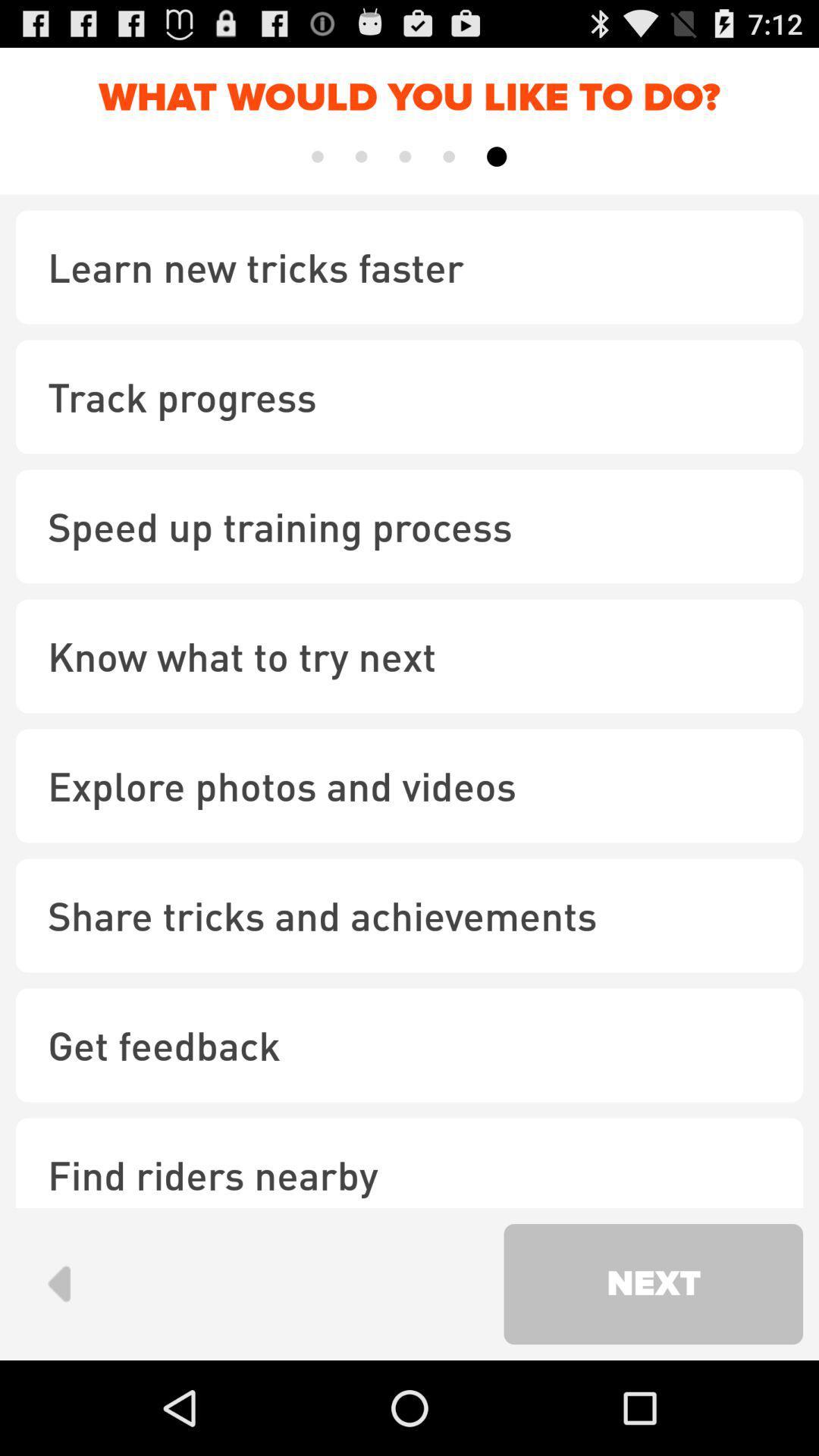 The height and width of the screenshot is (1456, 819). I want to click on checkbox above the speed up training, so click(409, 397).